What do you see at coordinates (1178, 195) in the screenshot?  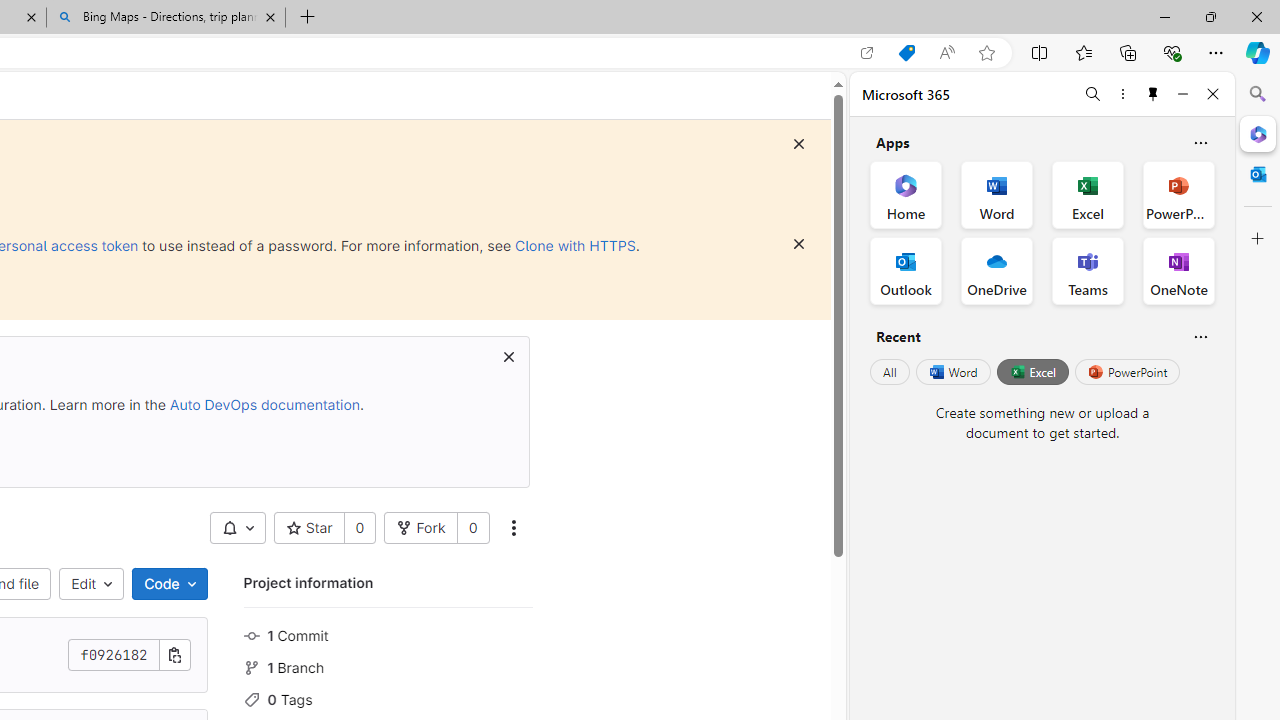 I see `'PowerPoint Office App'` at bounding box center [1178, 195].